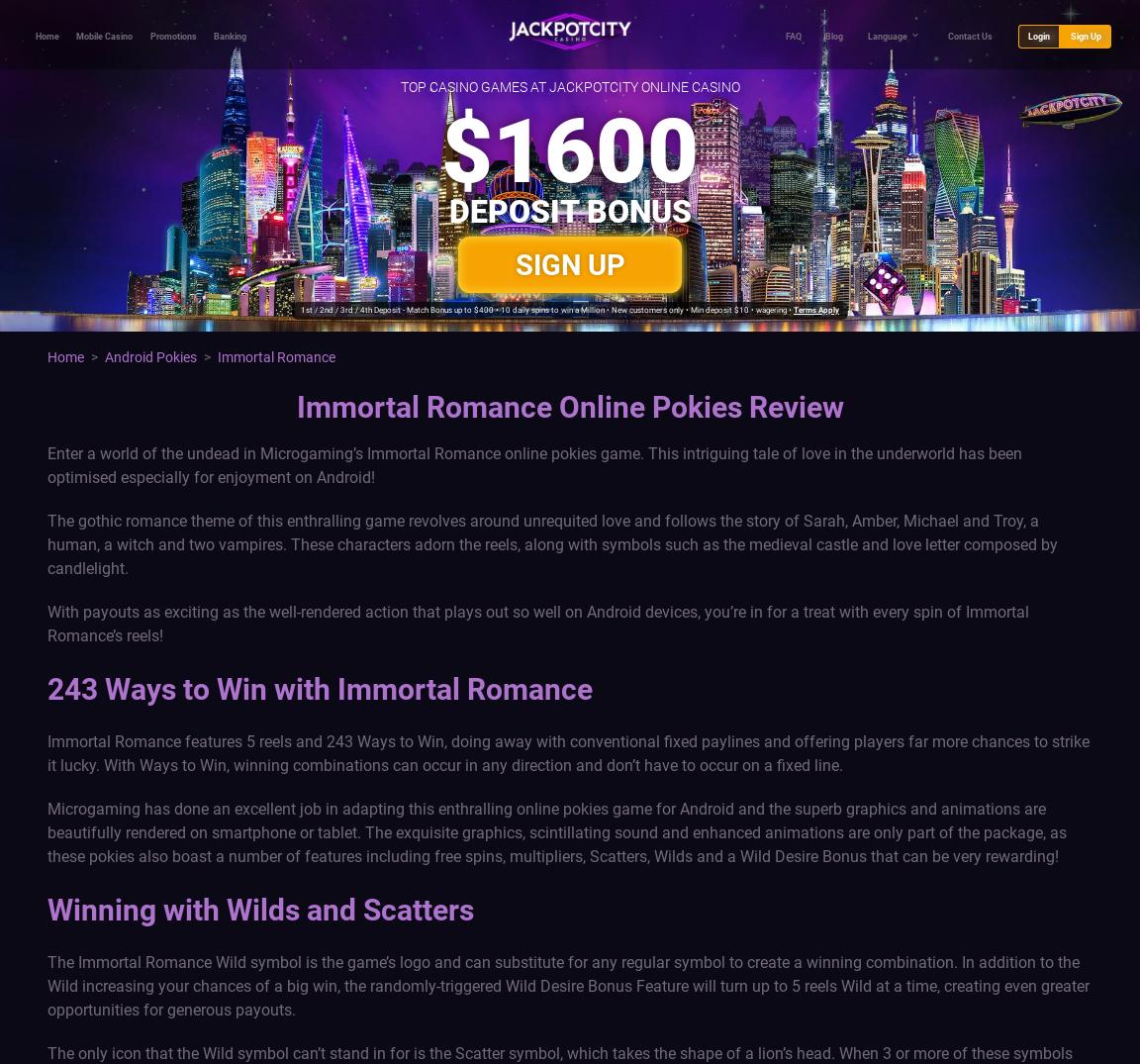  What do you see at coordinates (276, 356) in the screenshot?
I see `'Immortal Romance'` at bounding box center [276, 356].